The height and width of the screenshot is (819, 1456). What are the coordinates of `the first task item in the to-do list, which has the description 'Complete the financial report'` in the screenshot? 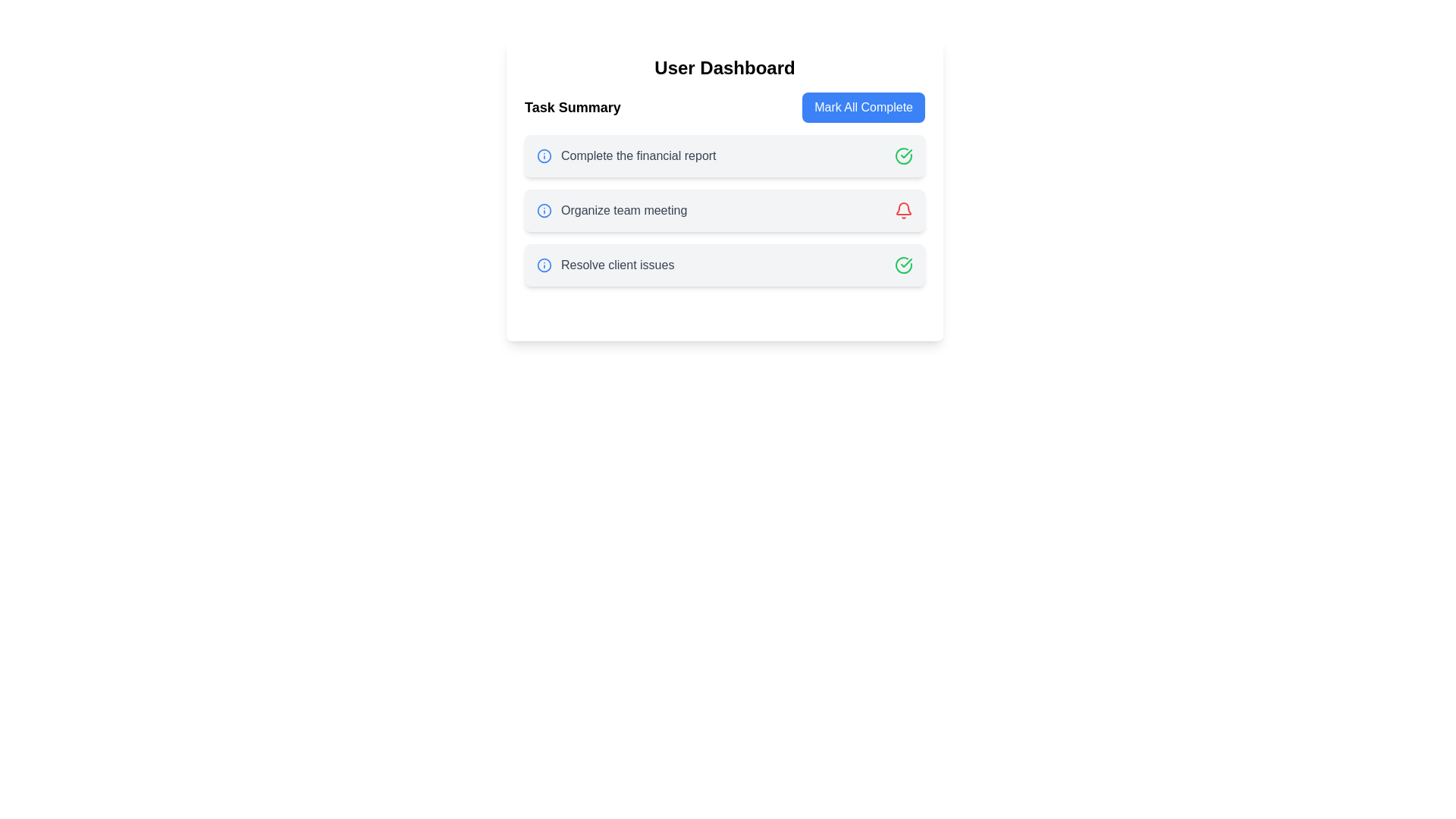 It's located at (723, 155).